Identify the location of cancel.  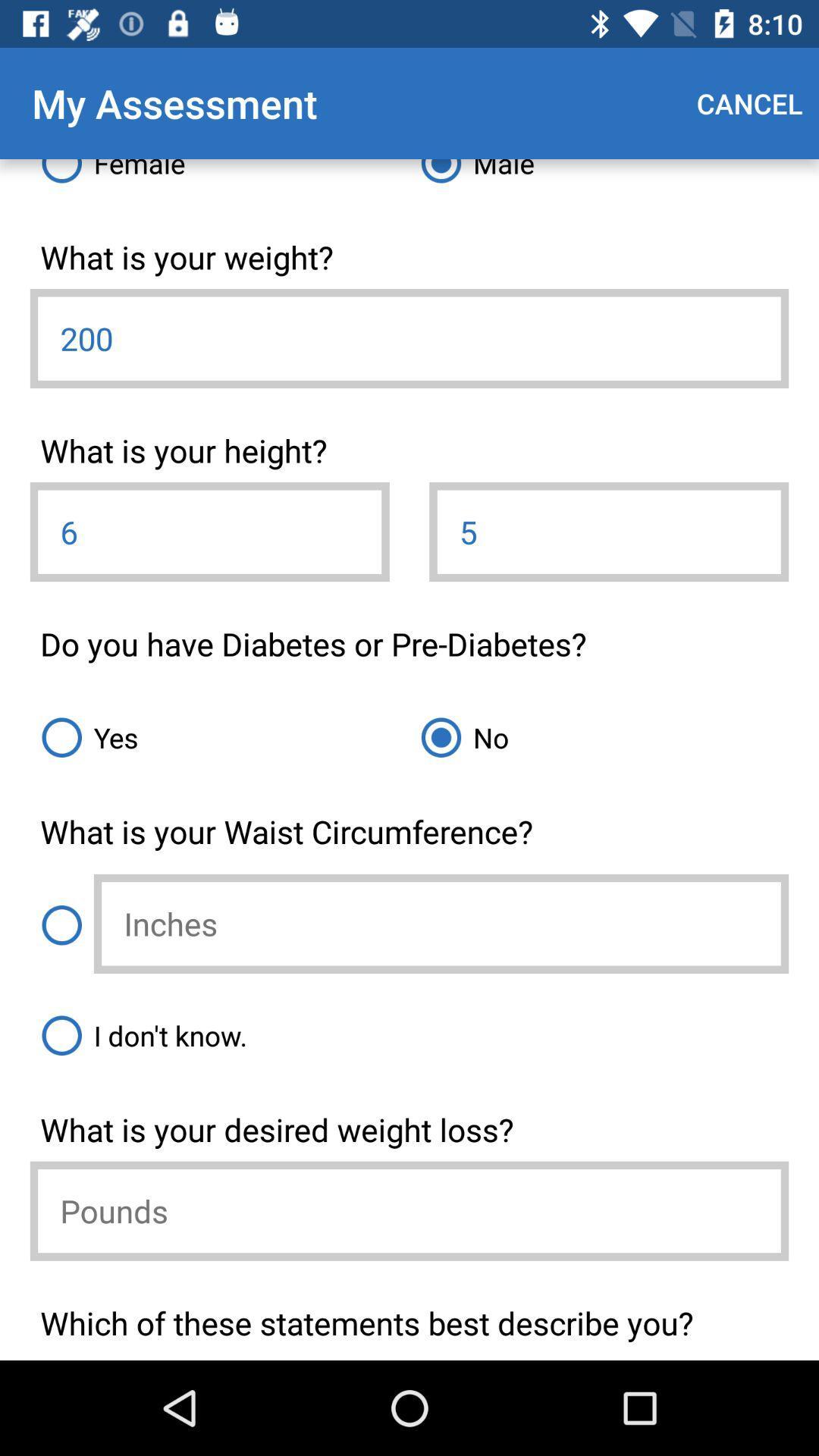
(748, 102).